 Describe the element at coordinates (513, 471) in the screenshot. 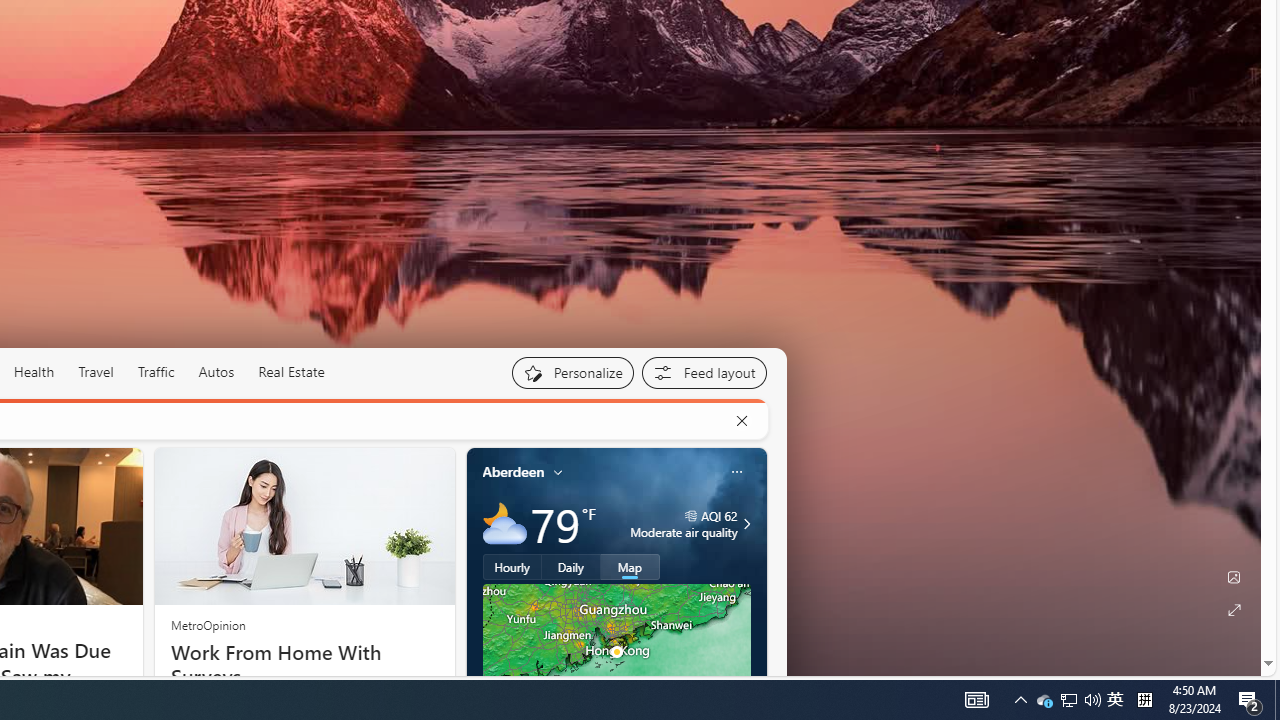

I see `'Aberdeen'` at that location.